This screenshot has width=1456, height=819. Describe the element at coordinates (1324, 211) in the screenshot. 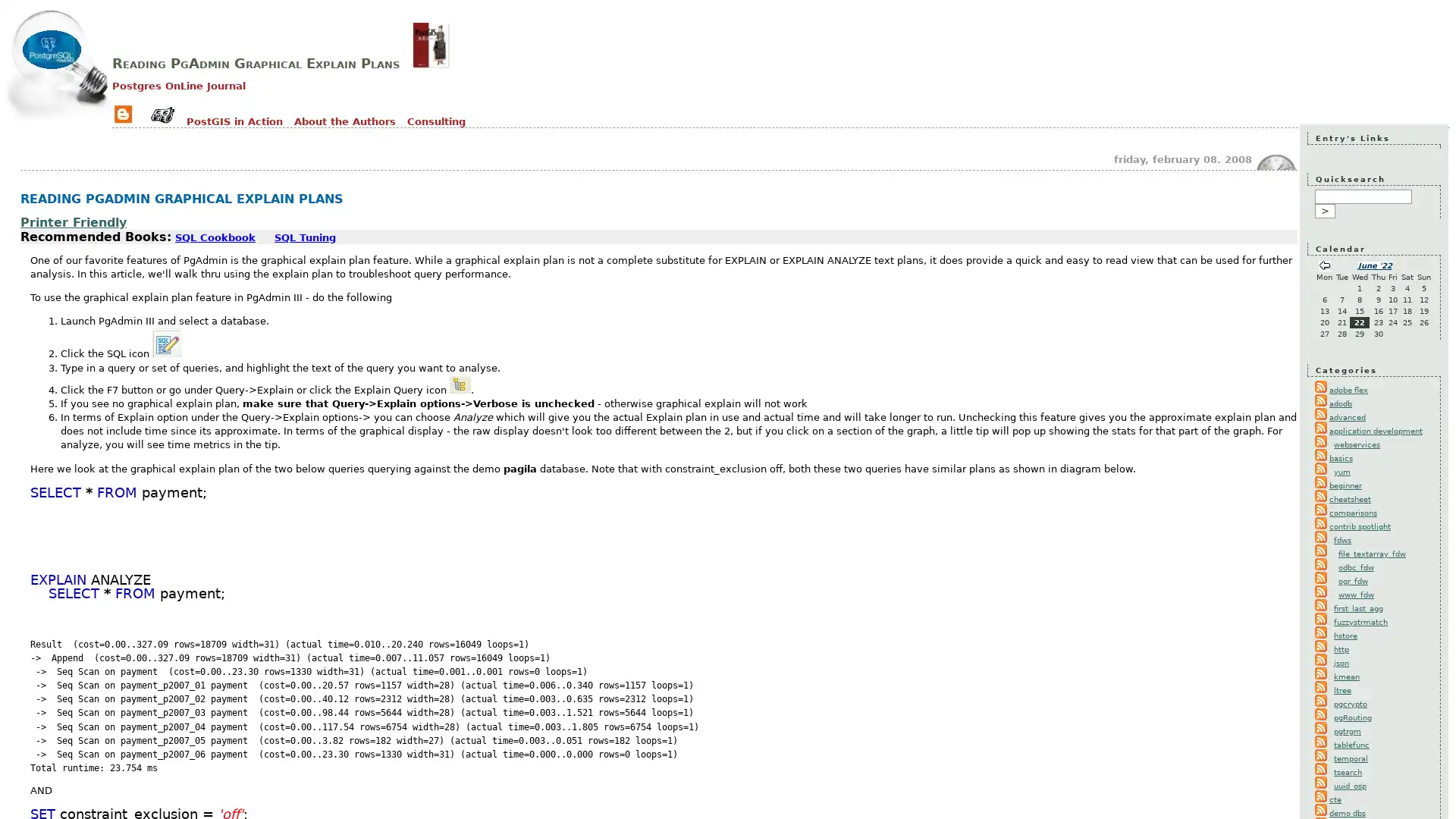

I see `>` at that location.